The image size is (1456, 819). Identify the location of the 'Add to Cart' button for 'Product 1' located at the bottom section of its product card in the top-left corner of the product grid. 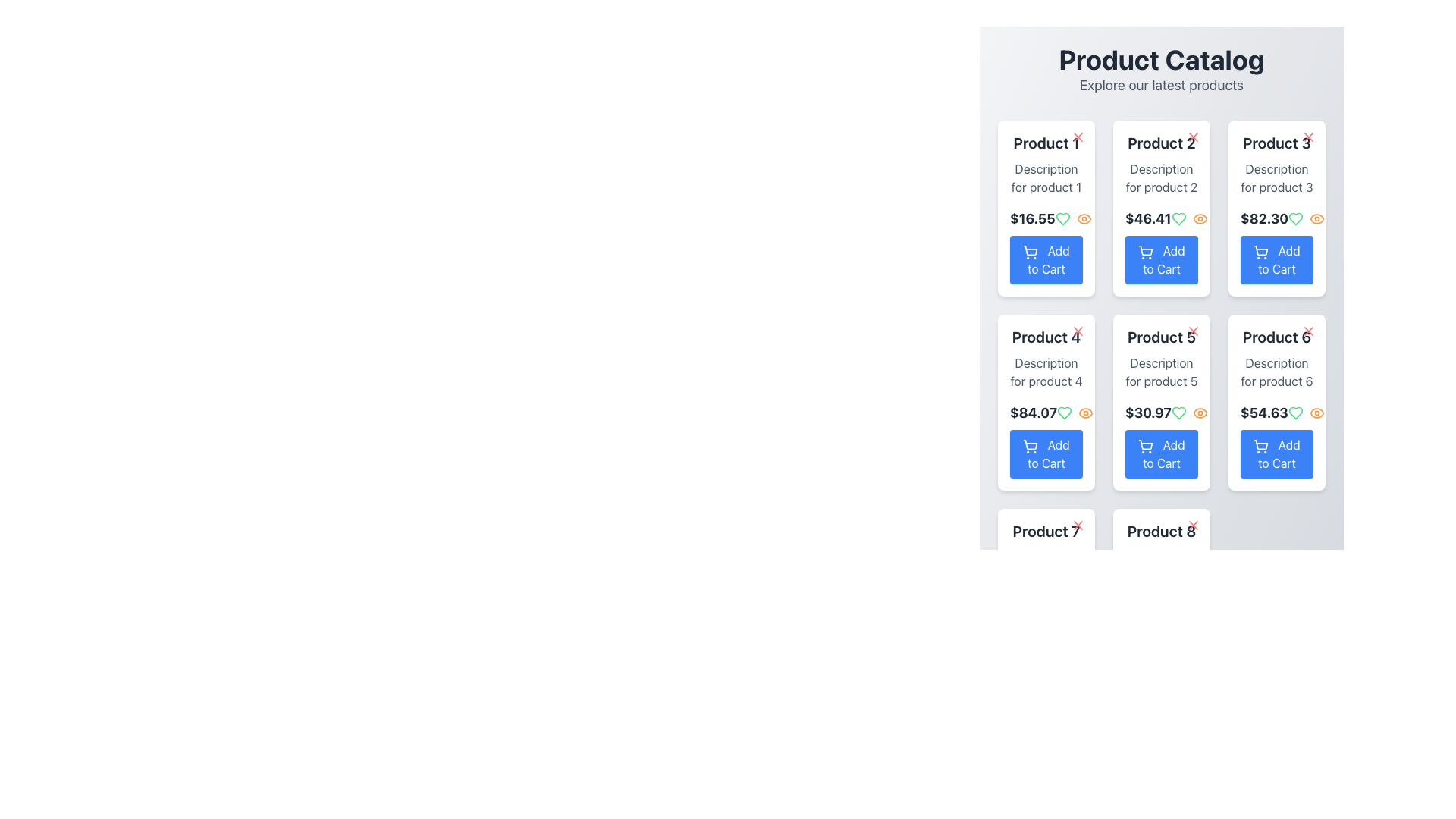
(1046, 259).